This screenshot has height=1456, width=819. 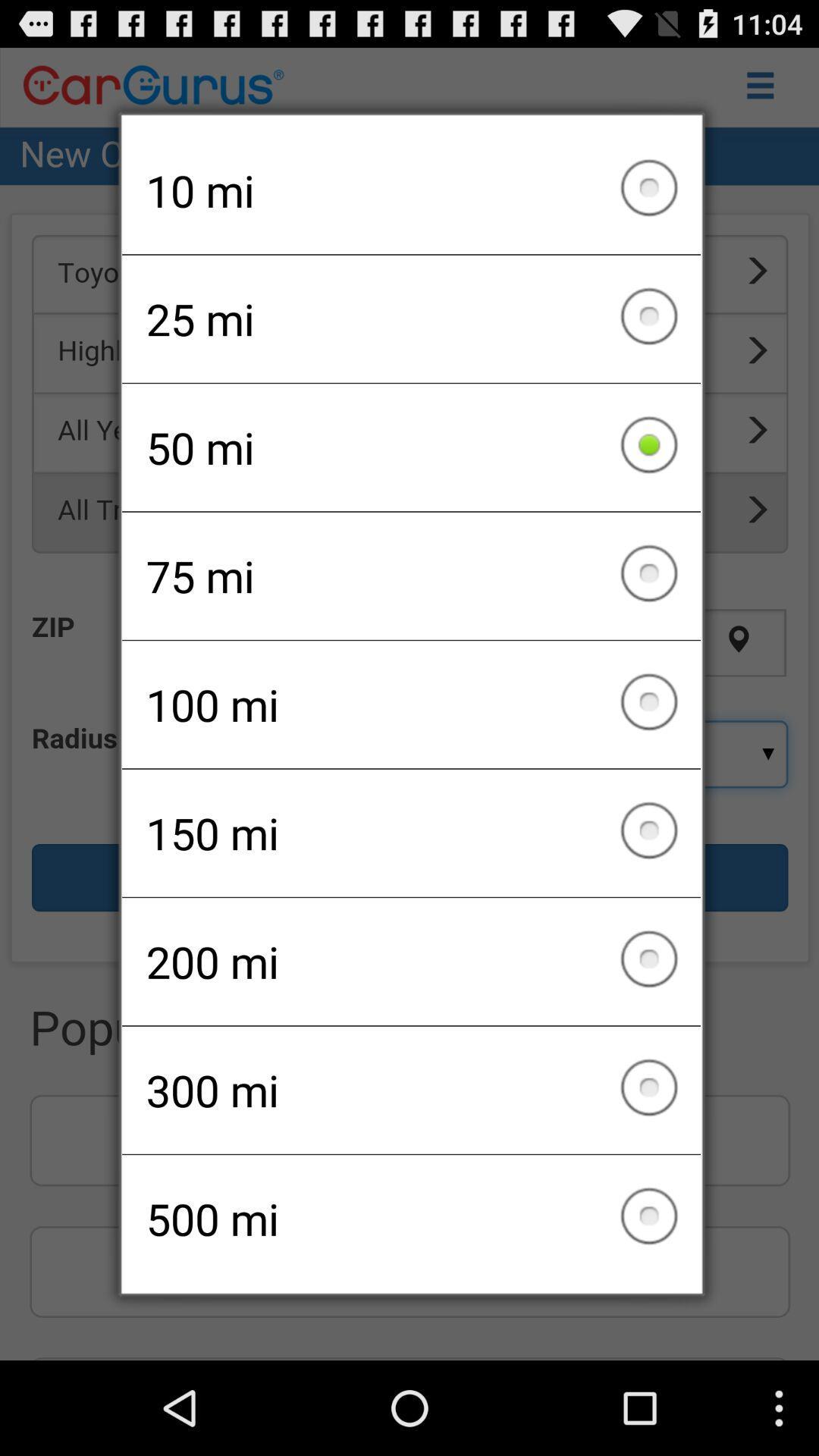 I want to click on 25 mi checkbox, so click(x=411, y=318).